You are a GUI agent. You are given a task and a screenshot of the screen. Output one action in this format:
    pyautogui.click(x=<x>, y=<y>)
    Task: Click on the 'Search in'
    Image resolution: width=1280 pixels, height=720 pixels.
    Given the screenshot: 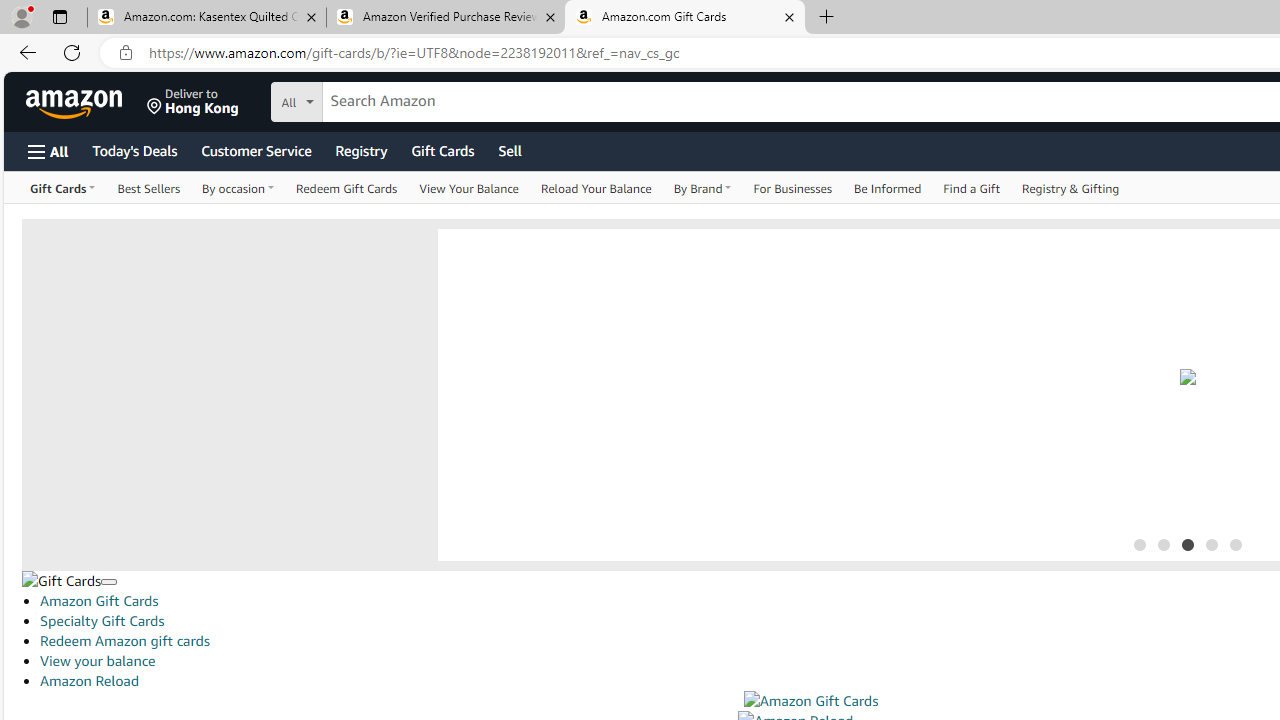 What is the action you would take?
    pyautogui.click(x=371, y=99)
    